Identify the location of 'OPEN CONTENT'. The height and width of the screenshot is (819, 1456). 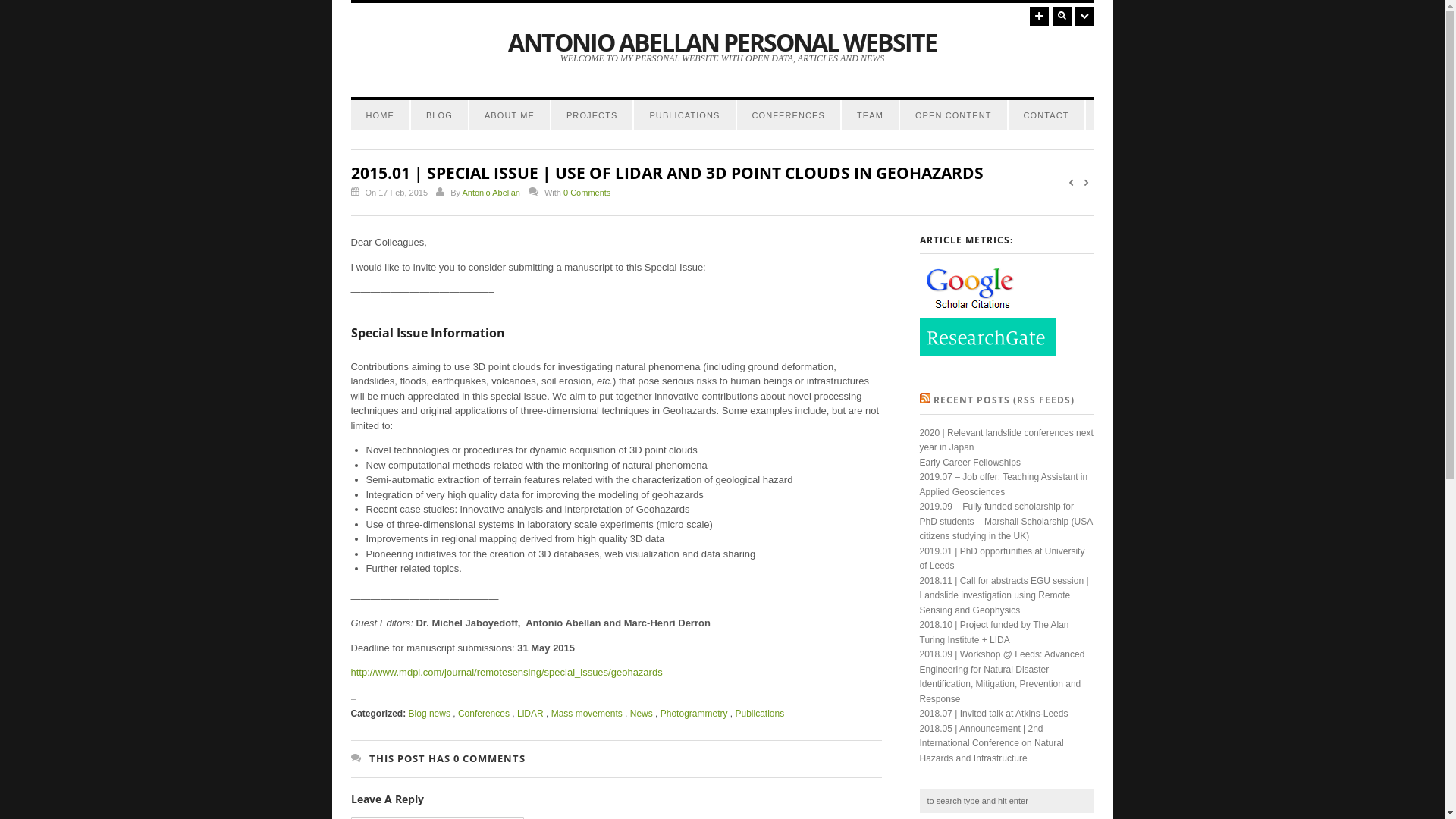
(952, 114).